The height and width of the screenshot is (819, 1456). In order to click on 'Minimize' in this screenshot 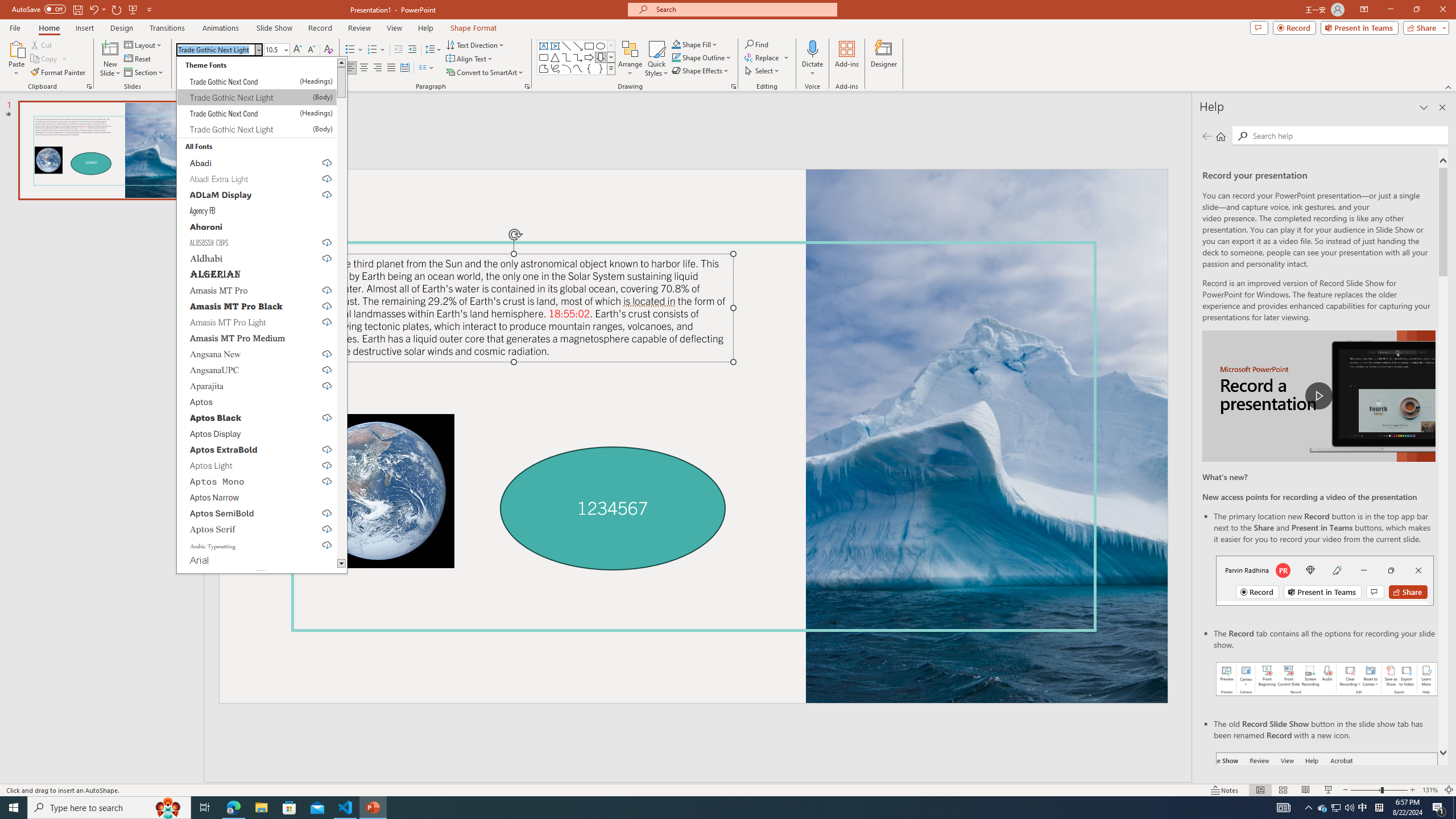, I will do `click(1389, 9)`.